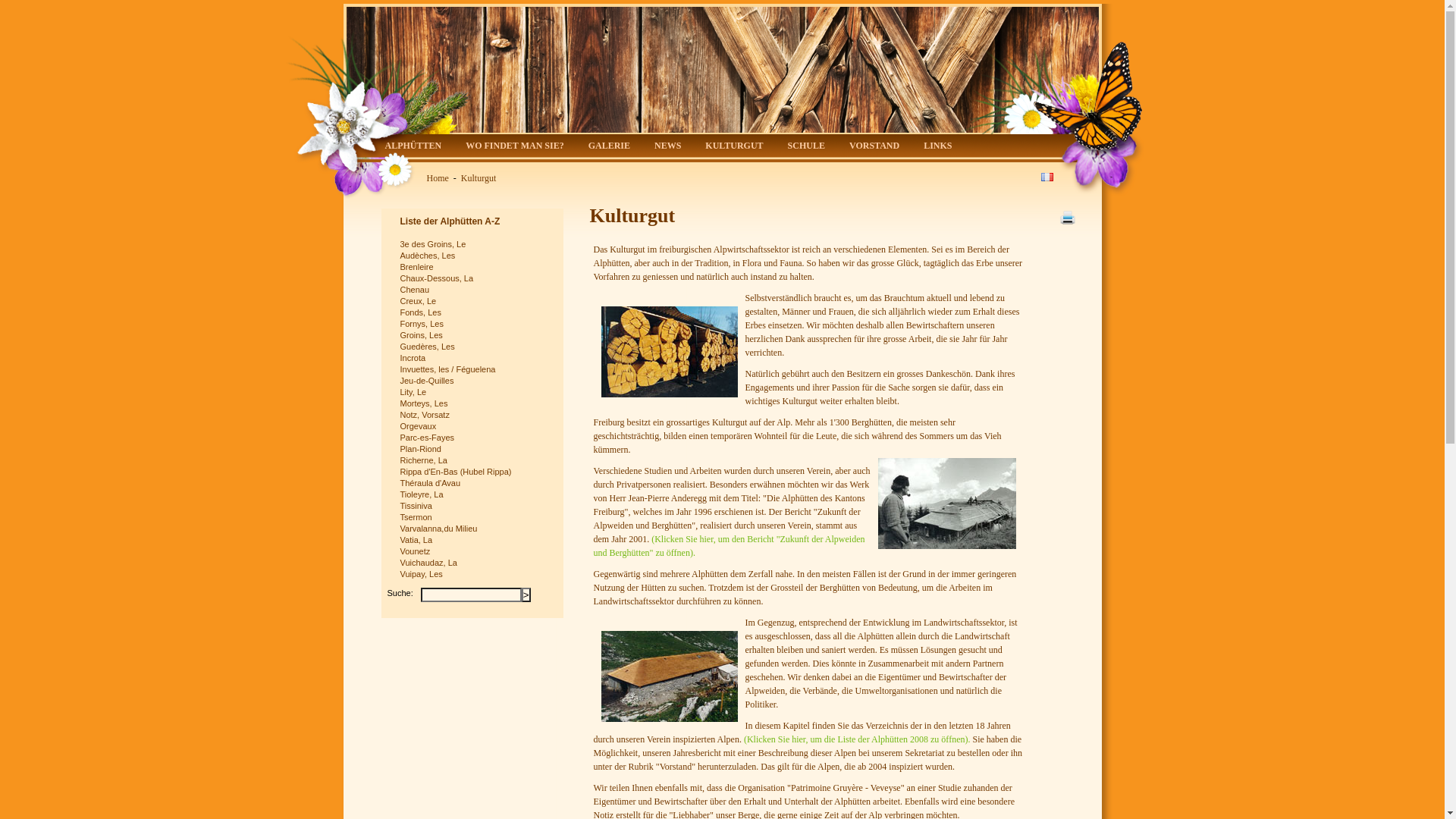  Describe the element at coordinates (667, 146) in the screenshot. I see `'NEWS'` at that location.